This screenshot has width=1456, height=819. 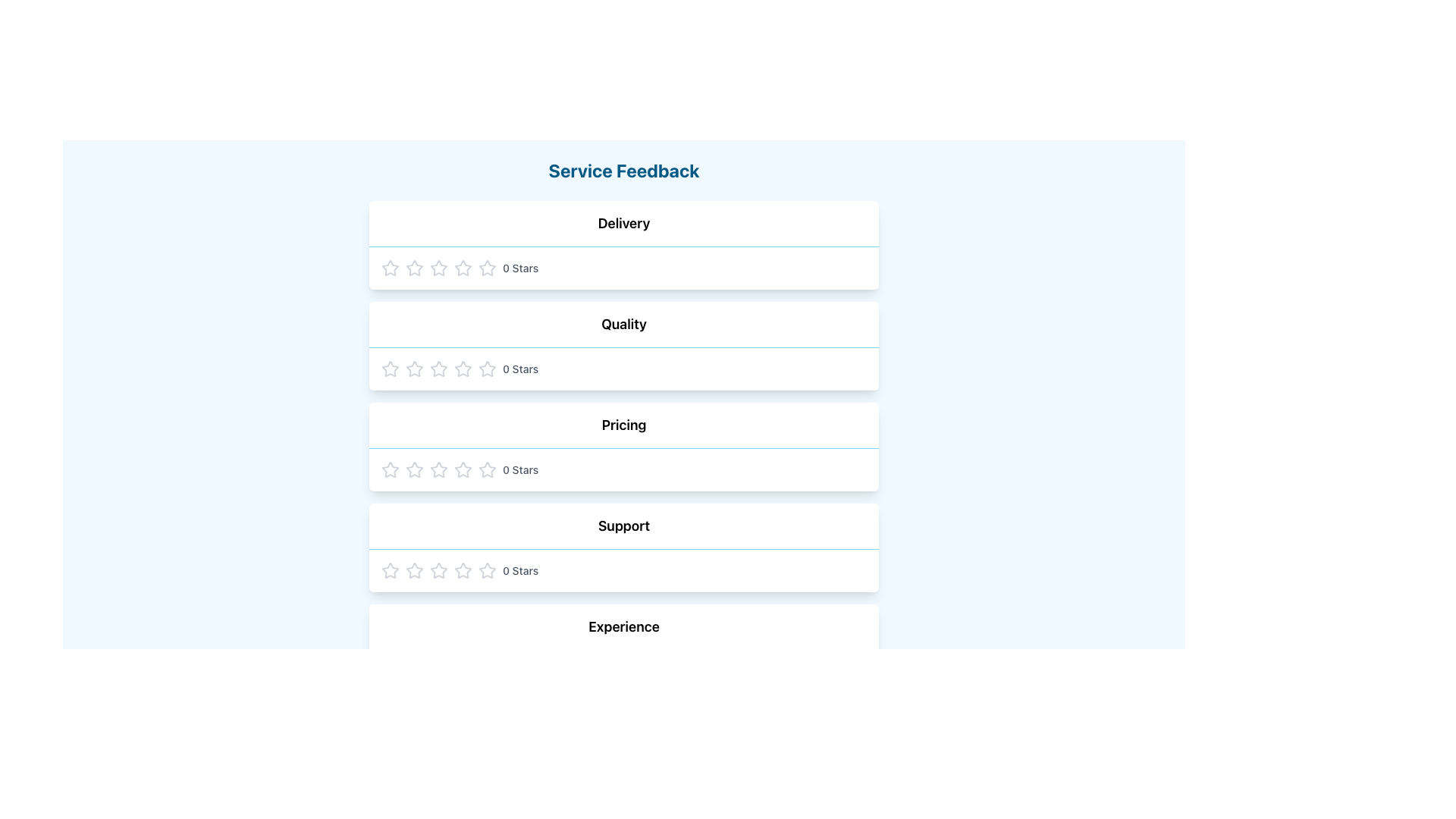 I want to click on the third star icon in the horizontal row of five for selecting a quality rating in the Quality feedback category, so click(x=488, y=369).